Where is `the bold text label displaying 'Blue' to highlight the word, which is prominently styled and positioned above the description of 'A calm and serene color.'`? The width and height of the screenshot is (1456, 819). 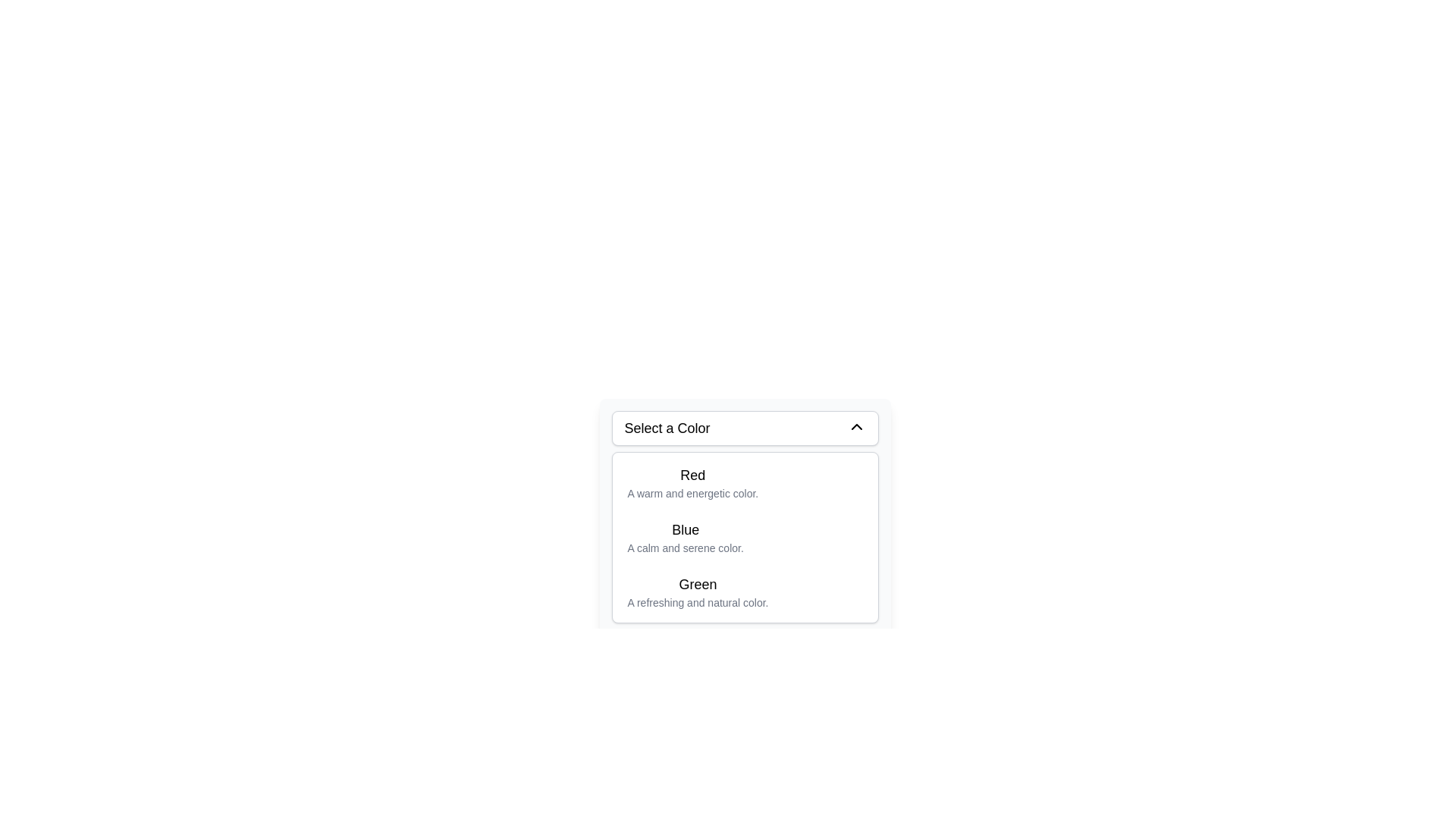
the bold text label displaying 'Blue' to highlight the word, which is prominently styled and positioned above the description of 'A calm and serene color.' is located at coordinates (685, 529).